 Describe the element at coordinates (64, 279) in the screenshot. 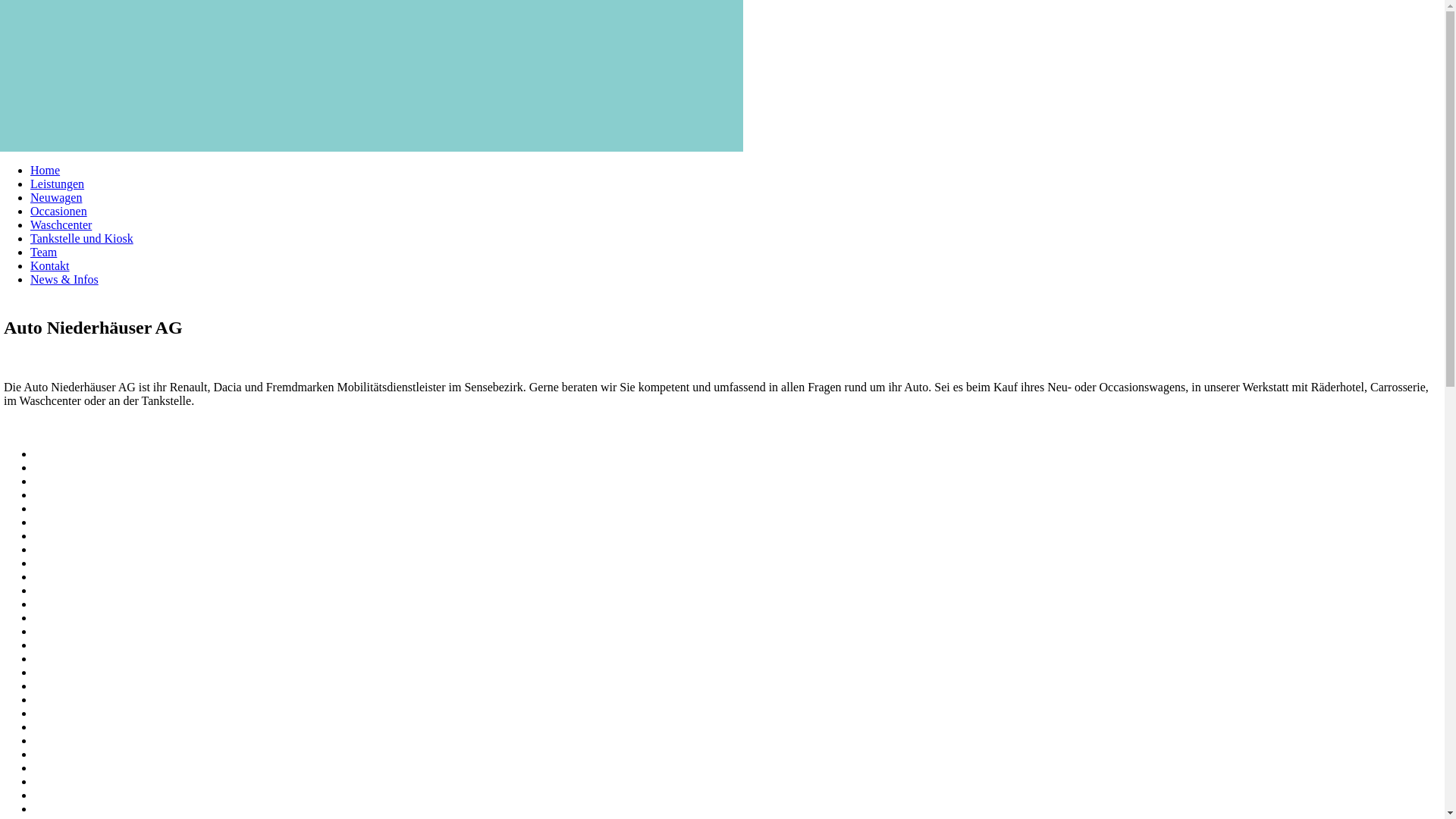

I see `'News & Infos'` at that location.